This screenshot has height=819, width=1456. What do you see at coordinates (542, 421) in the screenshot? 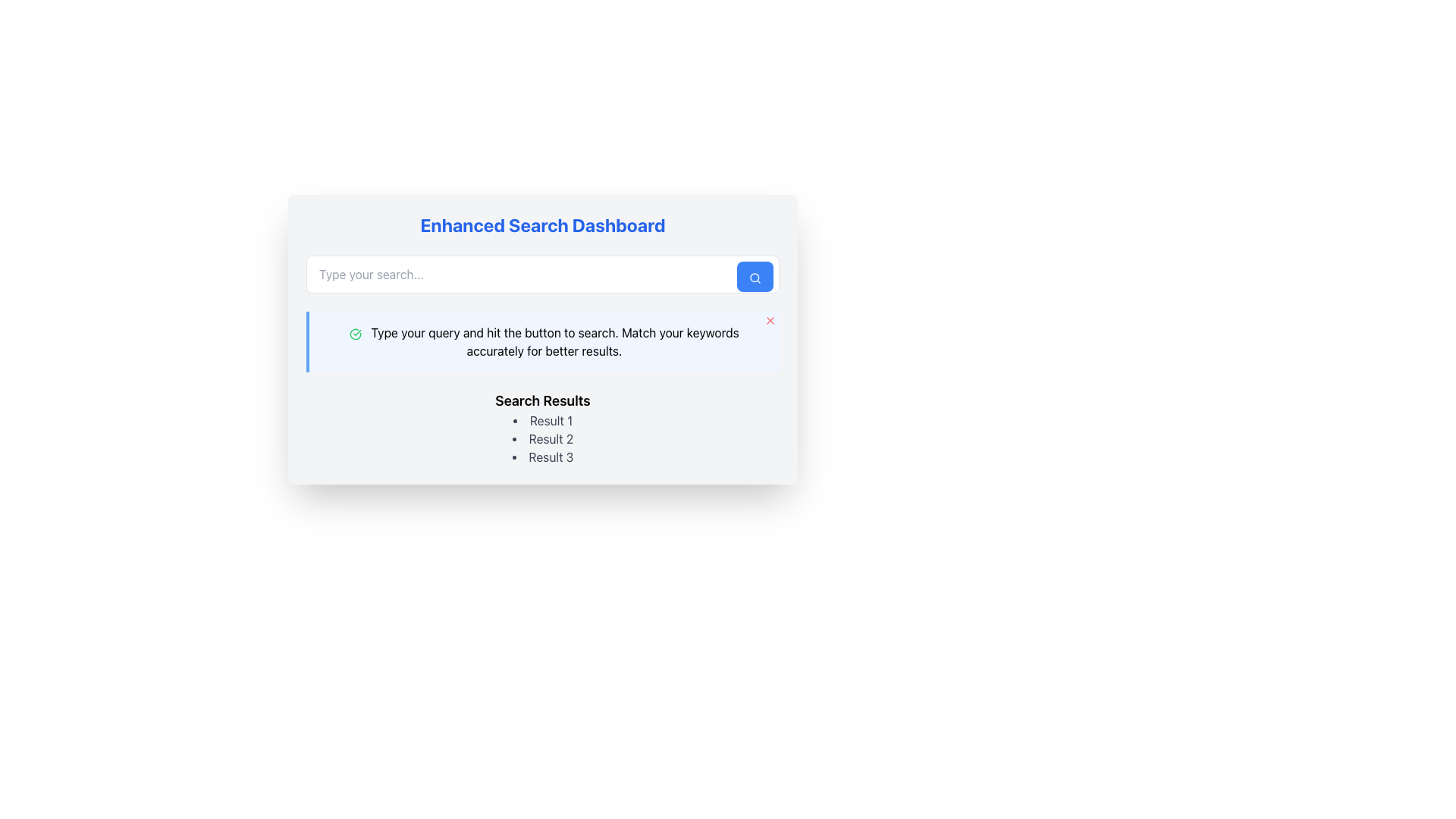
I see `the 'Result 1' text label in the bulleted list` at bounding box center [542, 421].